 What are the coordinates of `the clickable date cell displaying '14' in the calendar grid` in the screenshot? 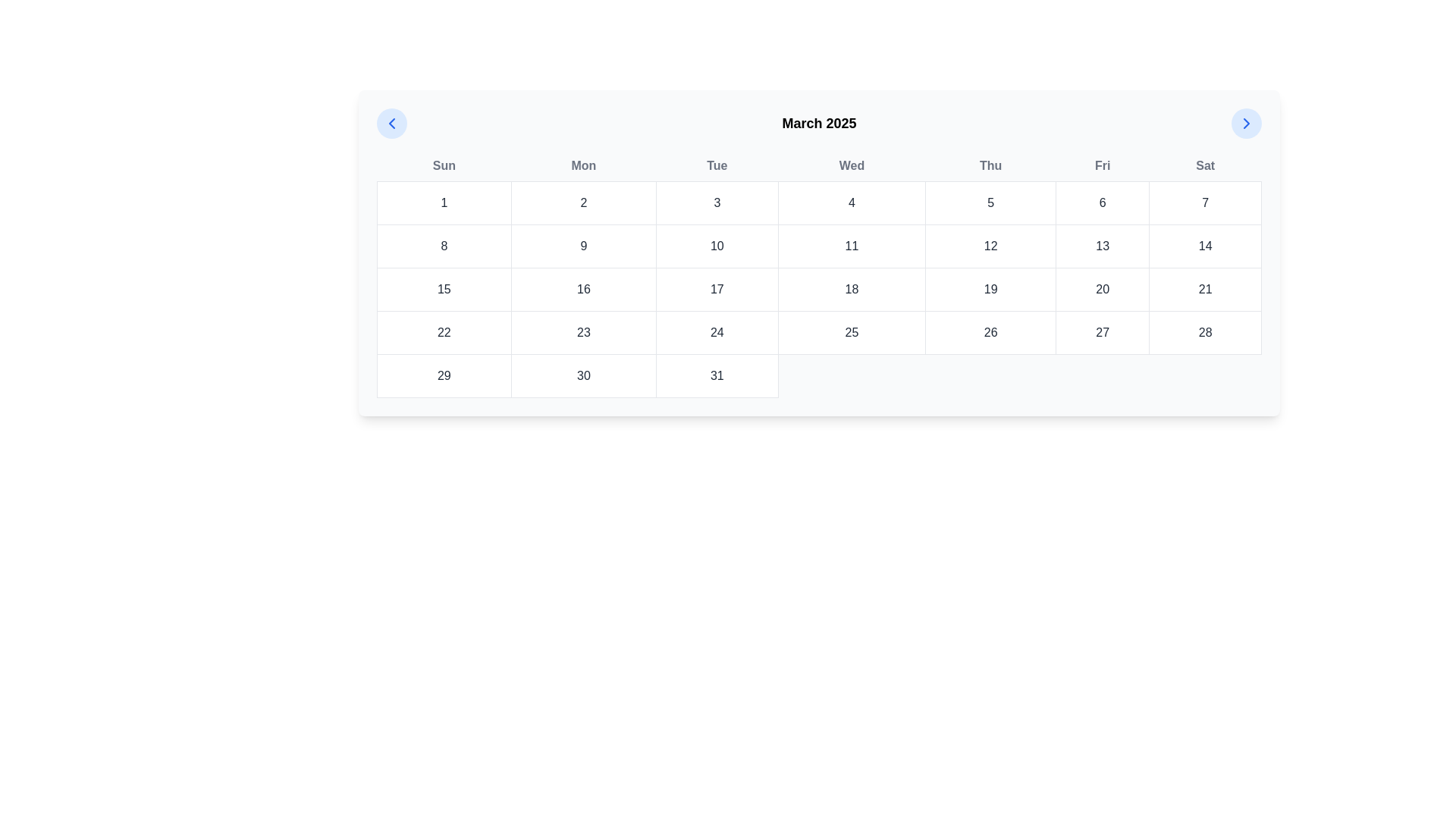 It's located at (1203, 245).